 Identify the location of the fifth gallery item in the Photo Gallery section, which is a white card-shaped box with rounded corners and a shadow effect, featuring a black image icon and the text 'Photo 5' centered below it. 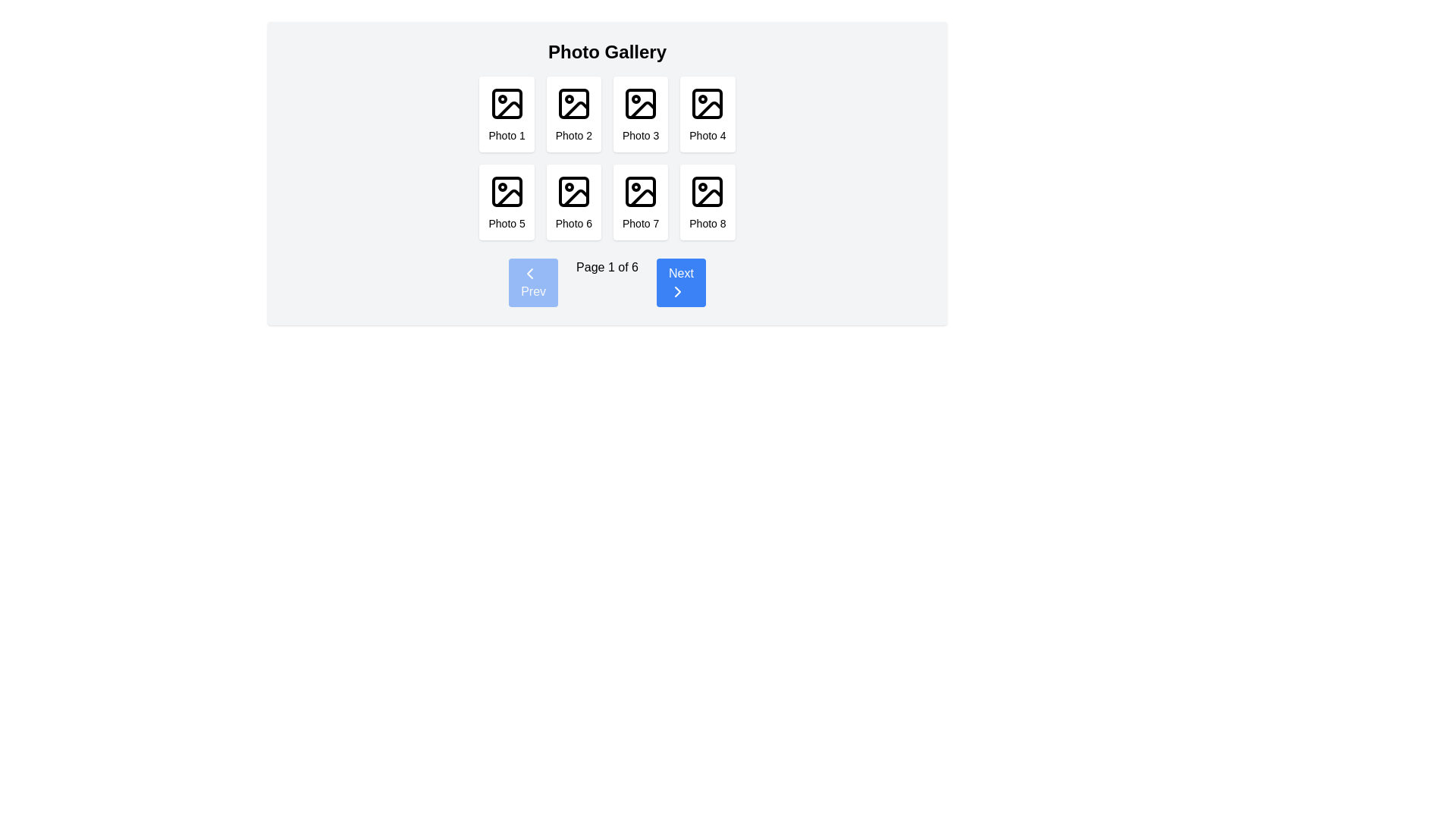
(507, 201).